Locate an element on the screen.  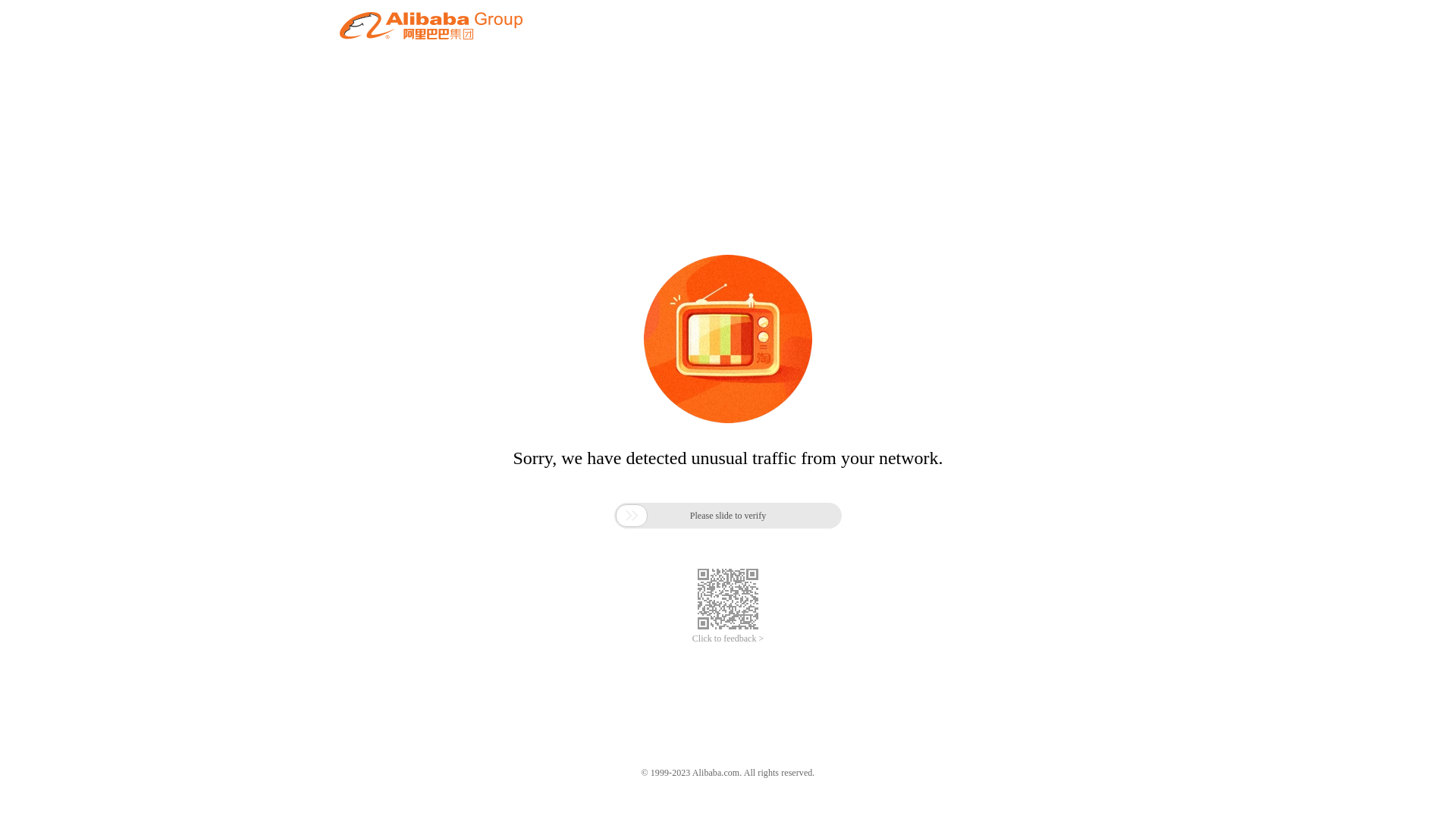
'Click to feedback >' is located at coordinates (728, 639).